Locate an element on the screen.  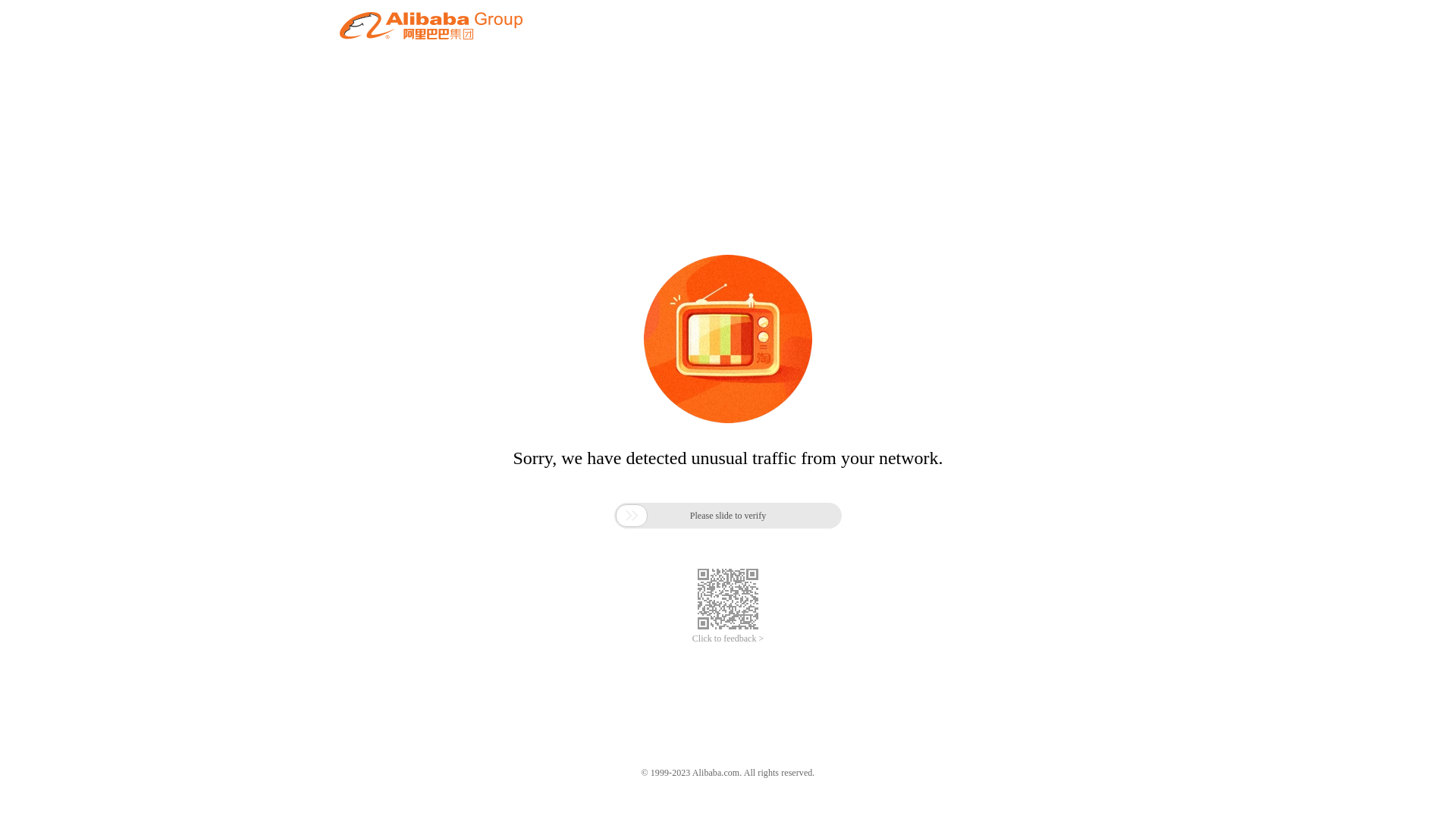
'Click to feedback >' is located at coordinates (728, 639).